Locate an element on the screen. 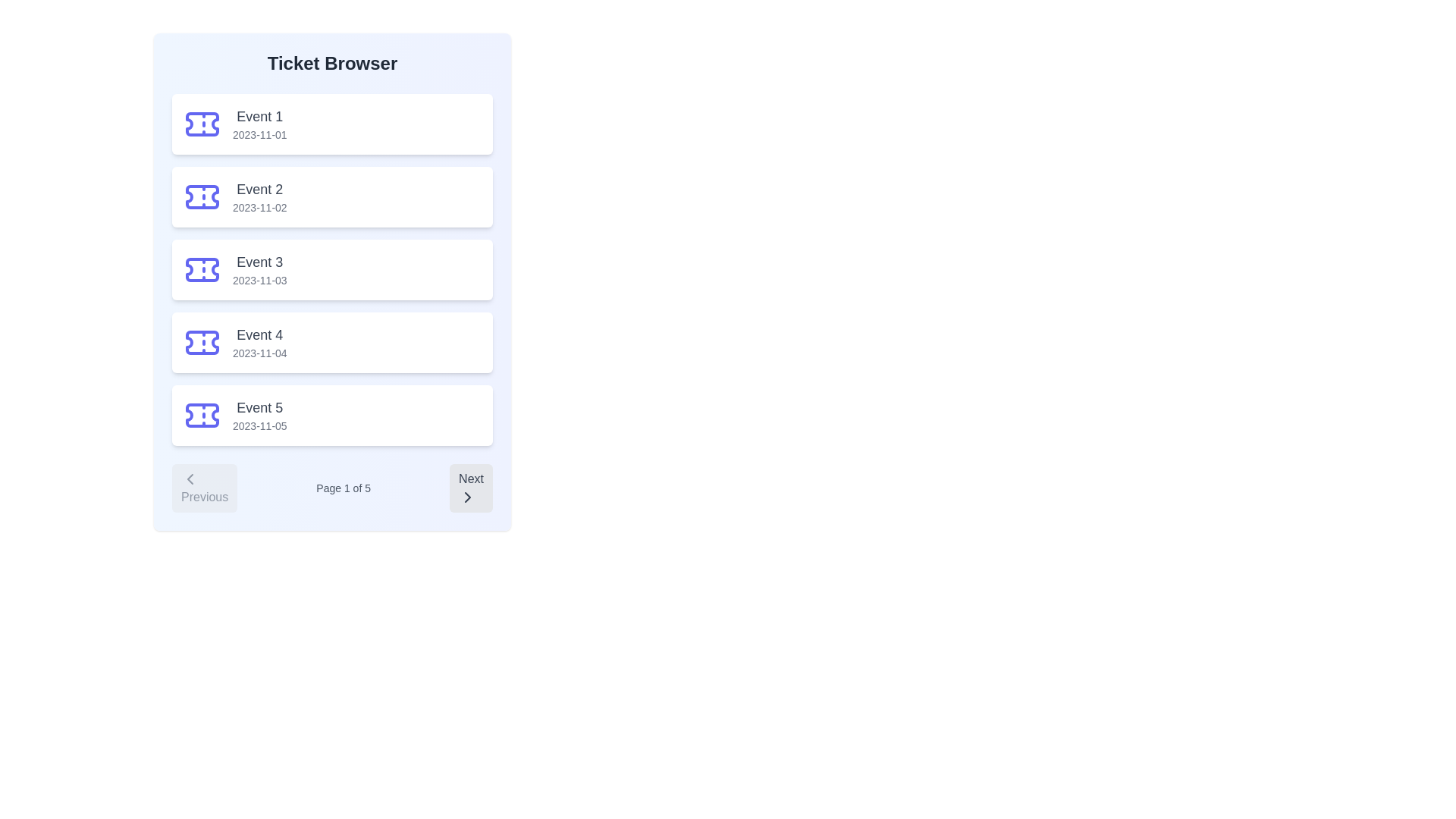 This screenshot has height=819, width=1456. the ticket icon representing 'Event 1' in the 'Ticket Browser' list, which is the first icon on the left of the text 'Event 1' and '2023-11-01' is located at coordinates (202, 124).